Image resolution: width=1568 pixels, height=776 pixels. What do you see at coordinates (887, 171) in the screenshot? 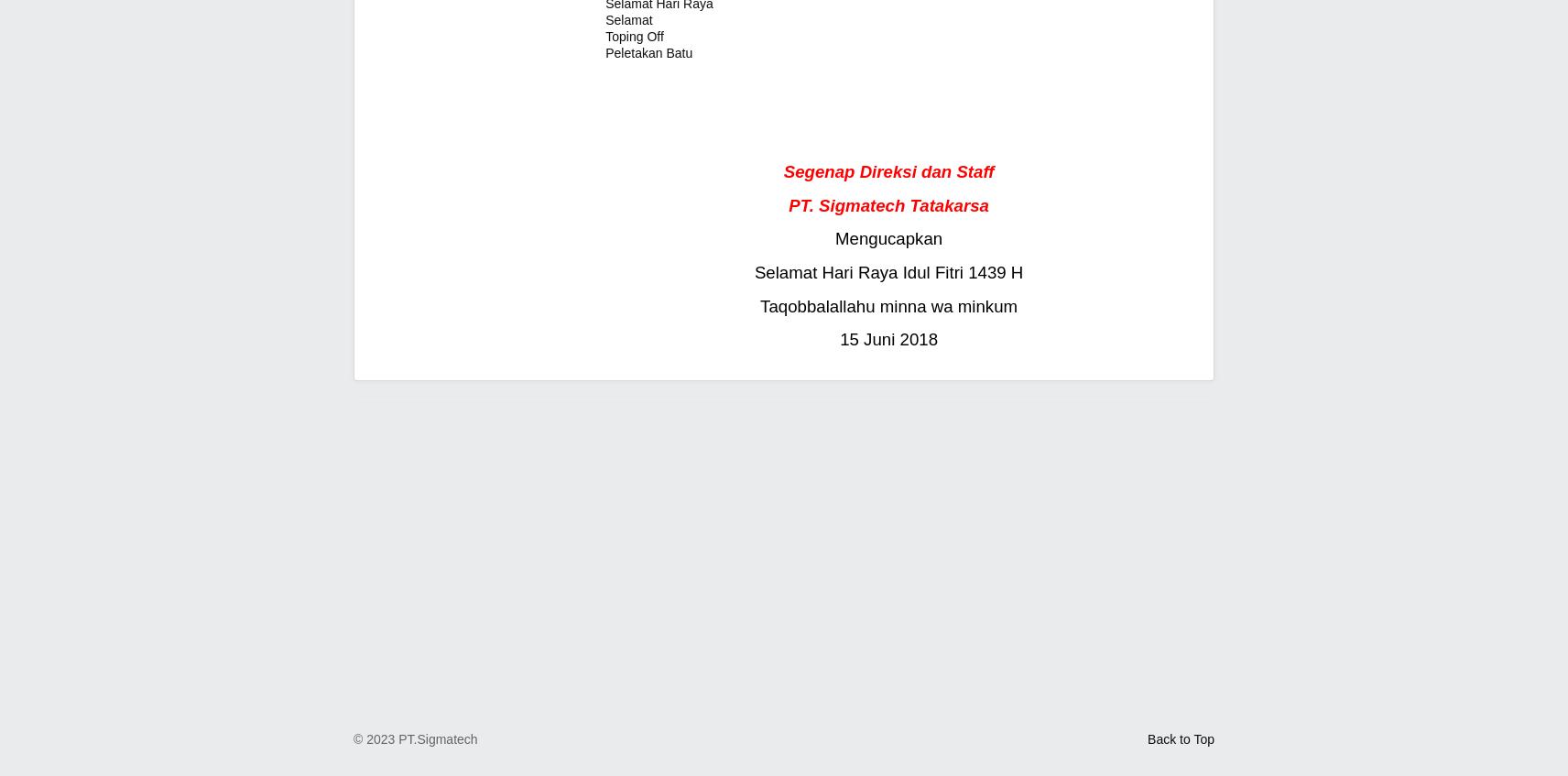
I see `'Segenap Direksi dan Staff'` at bounding box center [887, 171].